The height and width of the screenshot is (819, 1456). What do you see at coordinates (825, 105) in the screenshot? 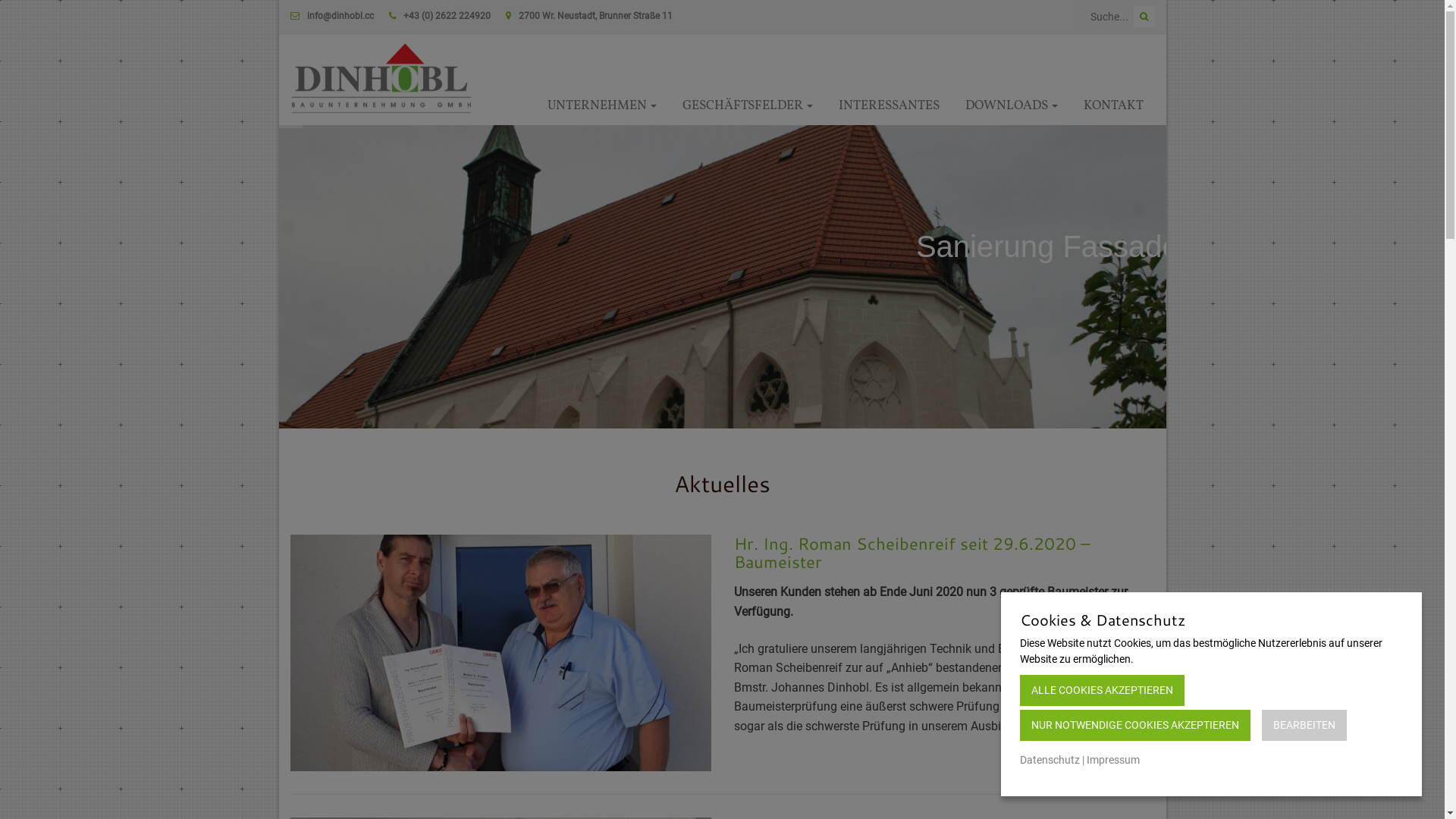
I see `'INTERESSANTES'` at bounding box center [825, 105].